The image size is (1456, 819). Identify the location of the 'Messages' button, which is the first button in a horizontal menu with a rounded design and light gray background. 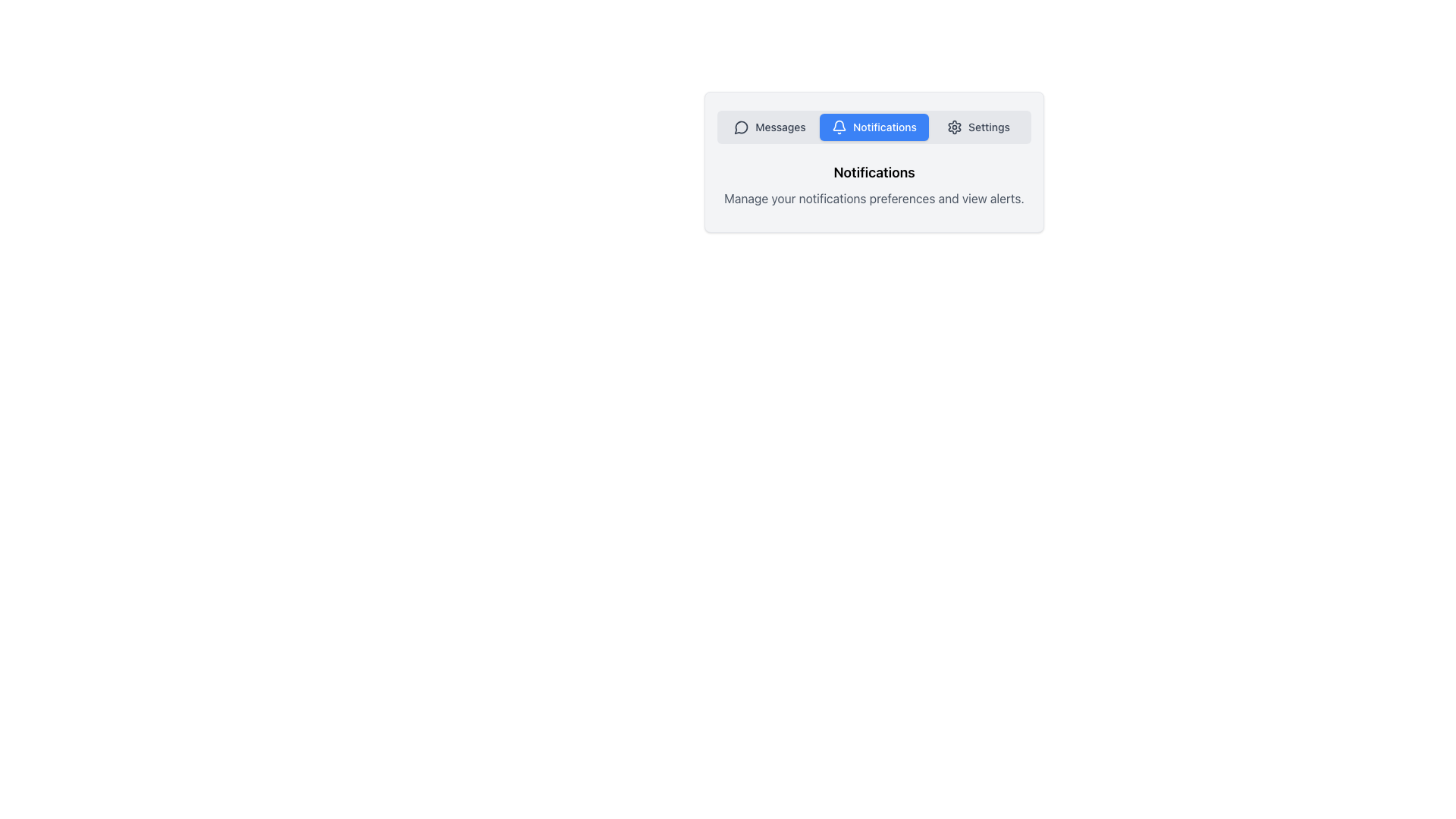
(770, 127).